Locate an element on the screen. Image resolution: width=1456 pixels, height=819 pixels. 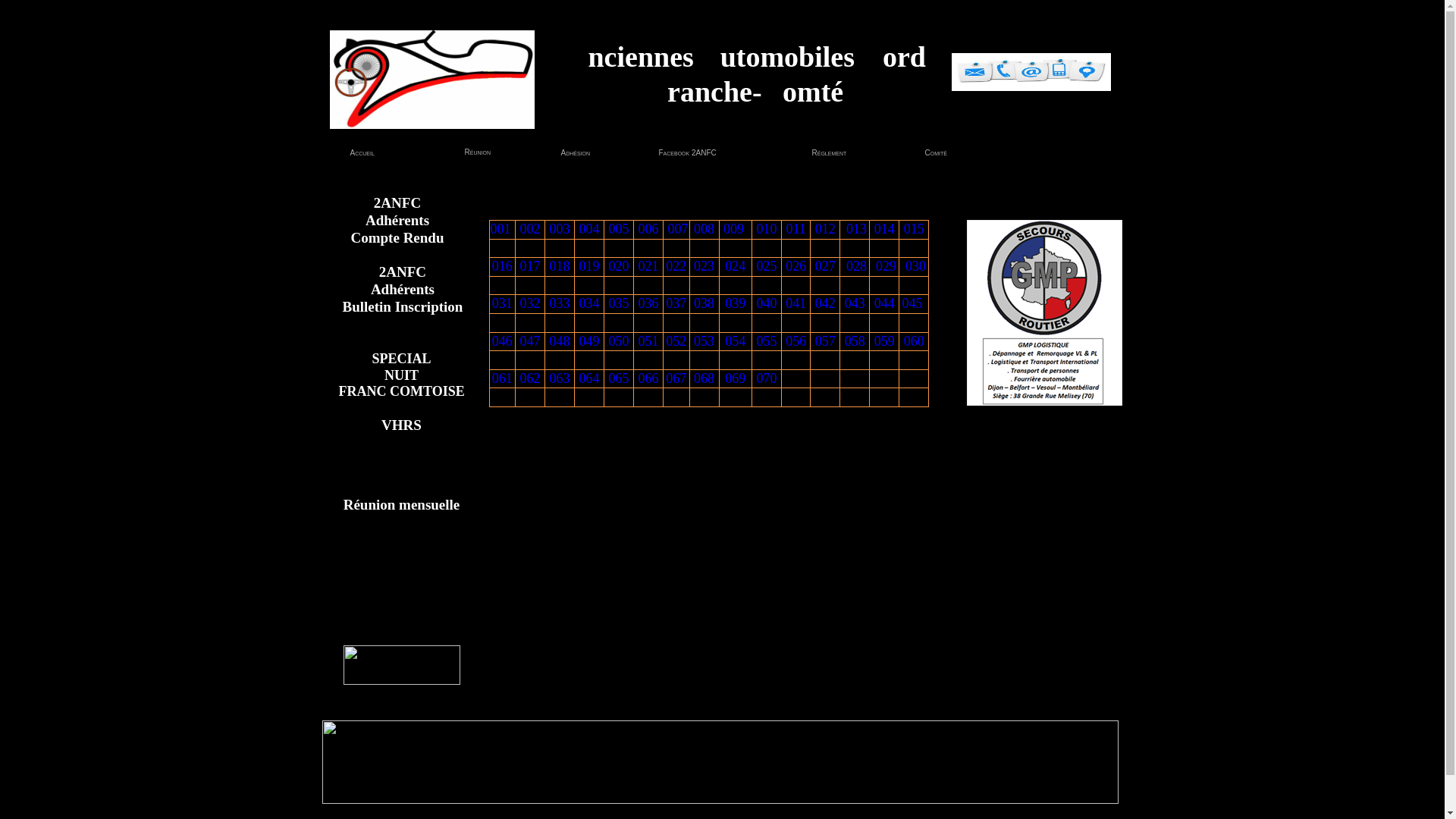
'001 ' is located at coordinates (490, 228).